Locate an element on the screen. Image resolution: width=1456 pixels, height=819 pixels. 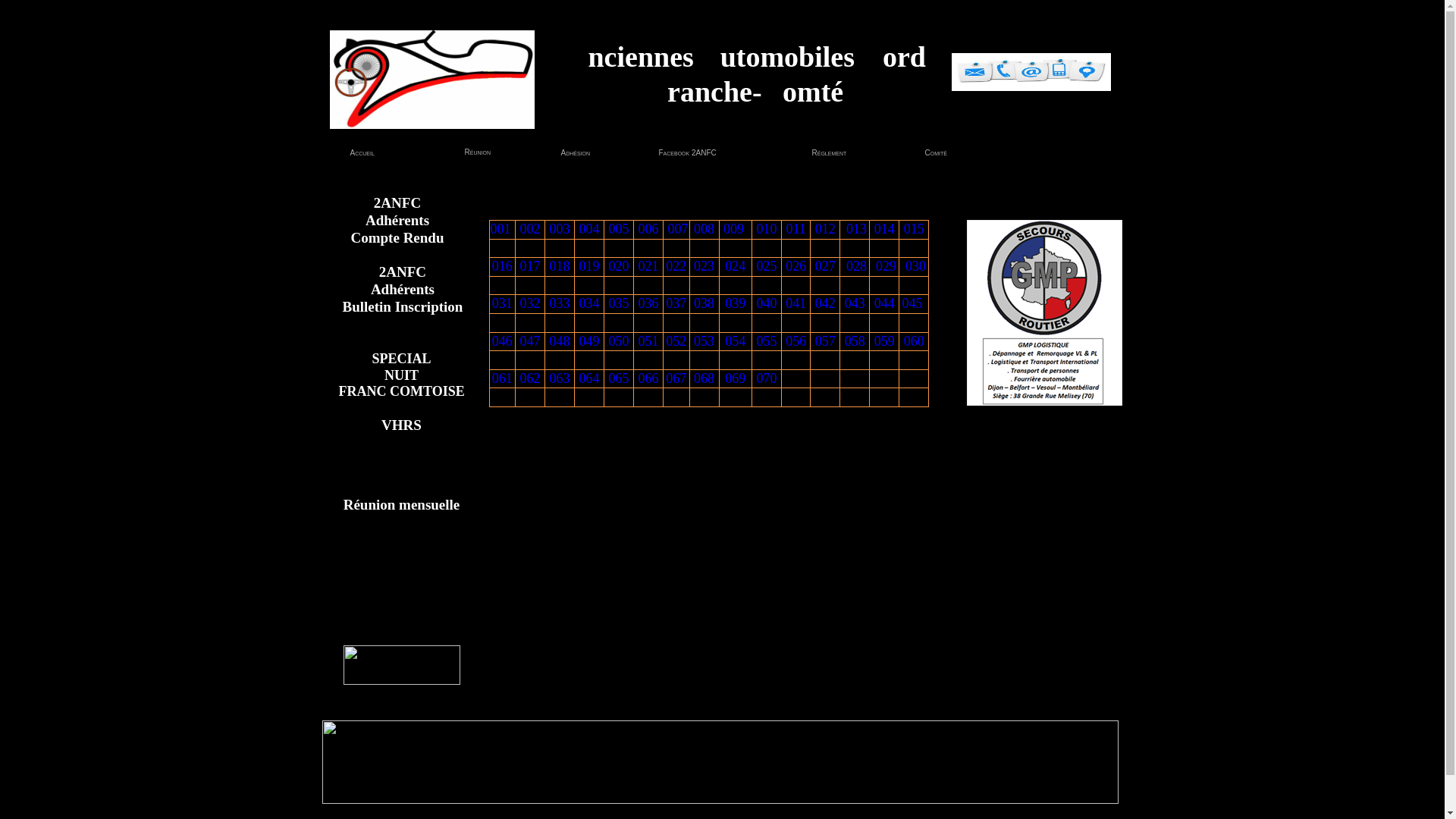
'001 ' is located at coordinates (490, 228).